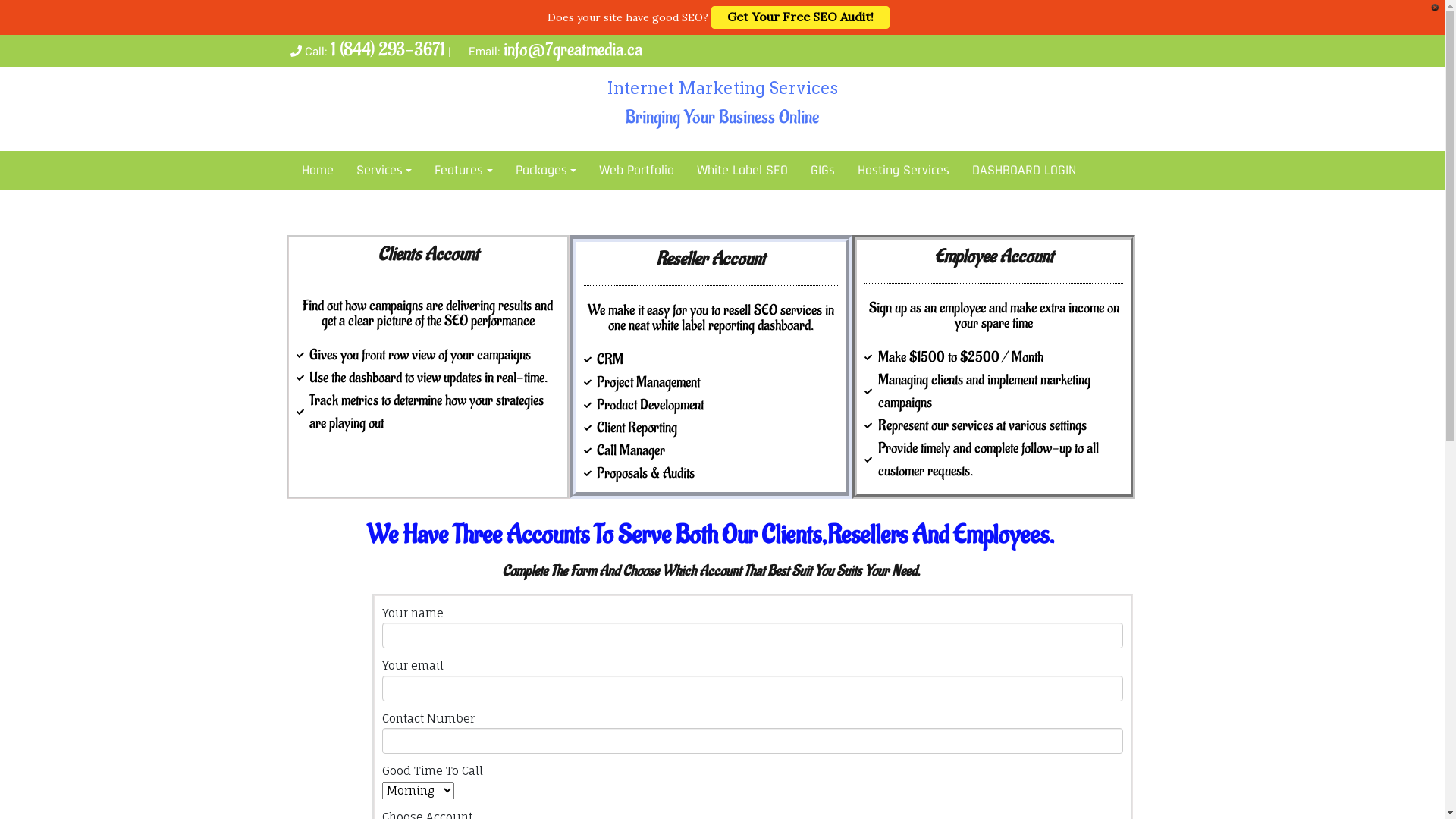 Image resolution: width=1456 pixels, height=819 pixels. I want to click on 'Internet Marketing Services, so click(720, 104).